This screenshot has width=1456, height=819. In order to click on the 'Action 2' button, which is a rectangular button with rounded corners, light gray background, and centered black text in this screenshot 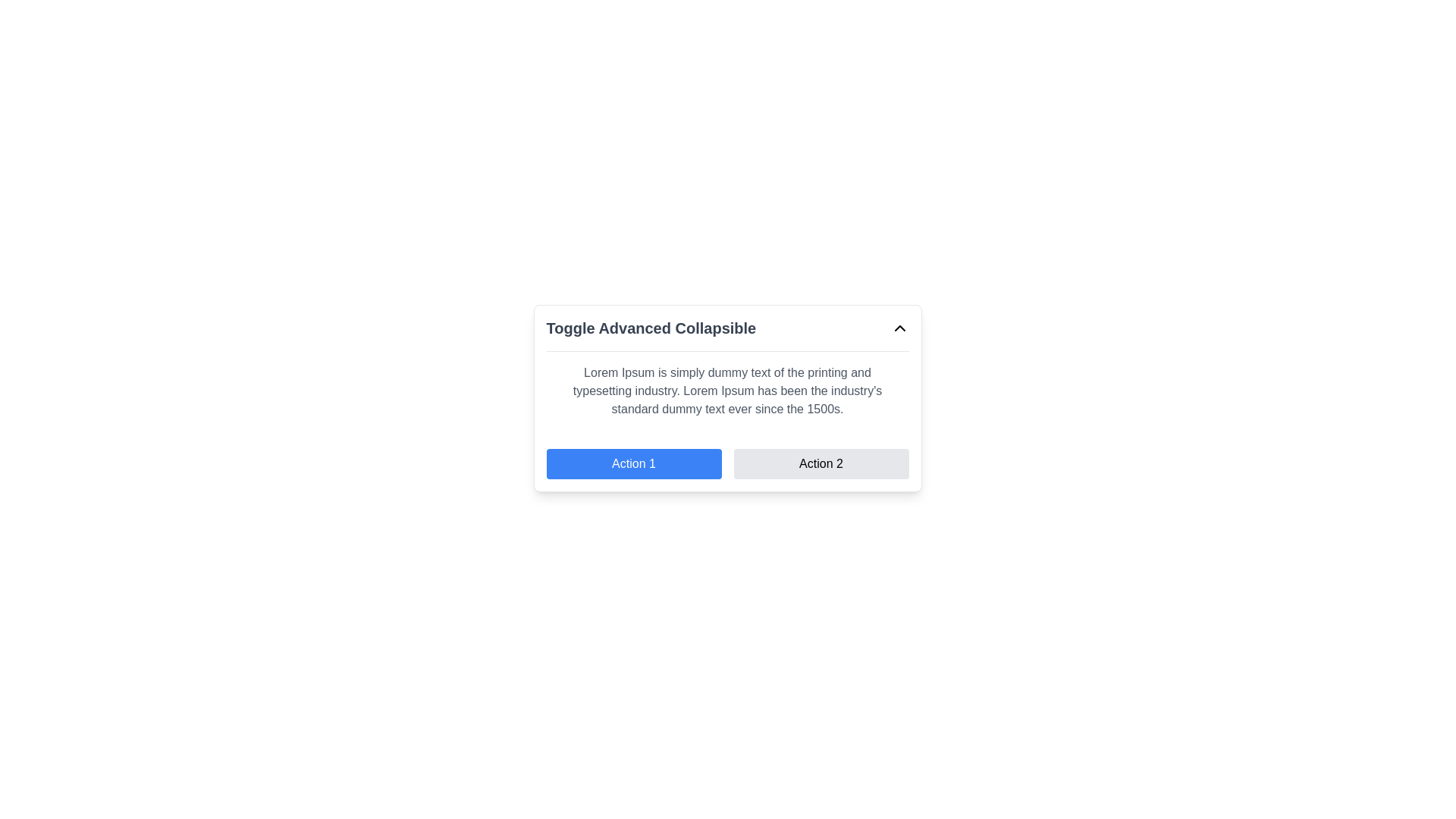, I will do `click(821, 463)`.